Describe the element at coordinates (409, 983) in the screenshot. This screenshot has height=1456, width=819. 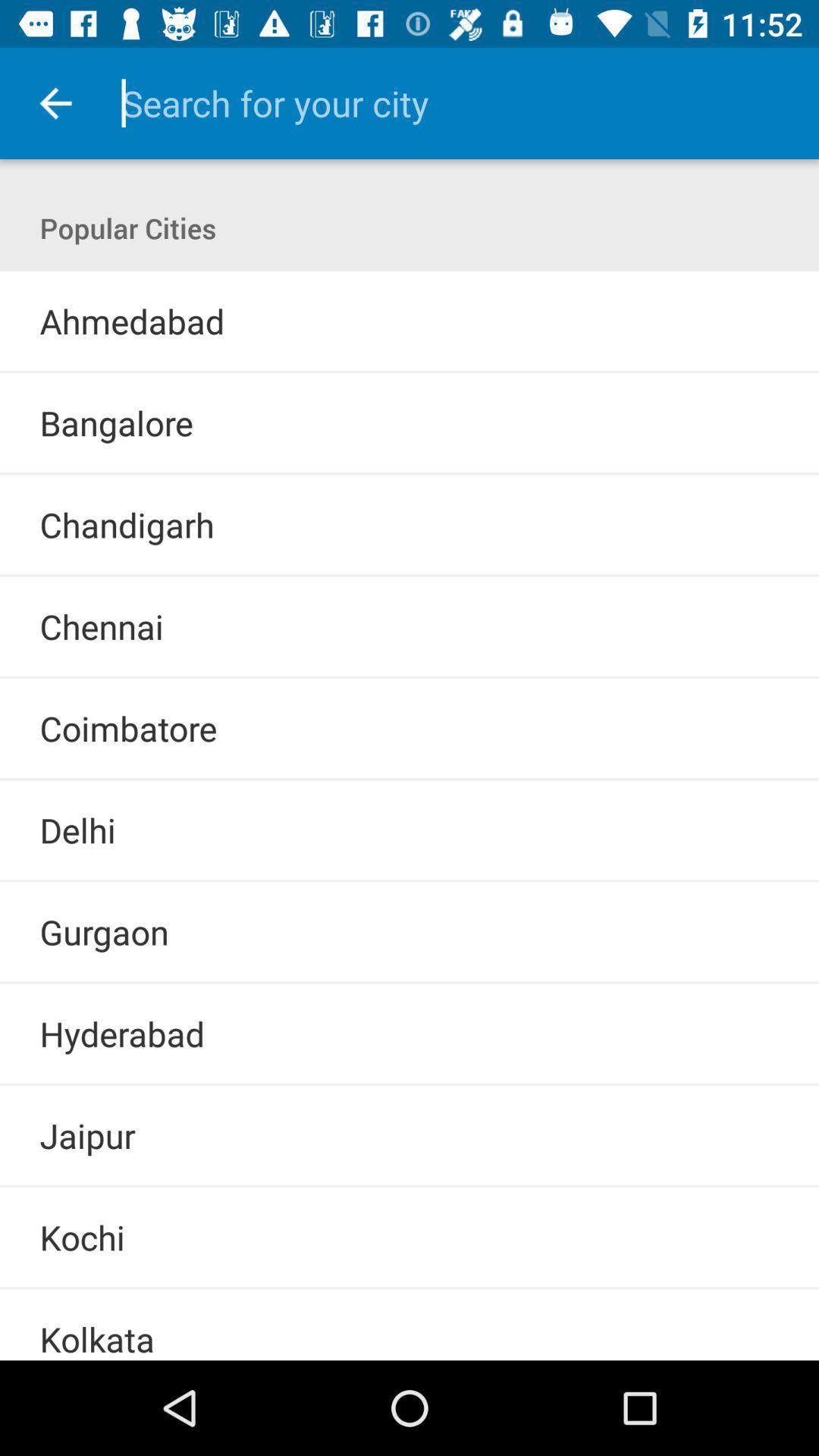
I see `the item below the gurgaon item` at that location.